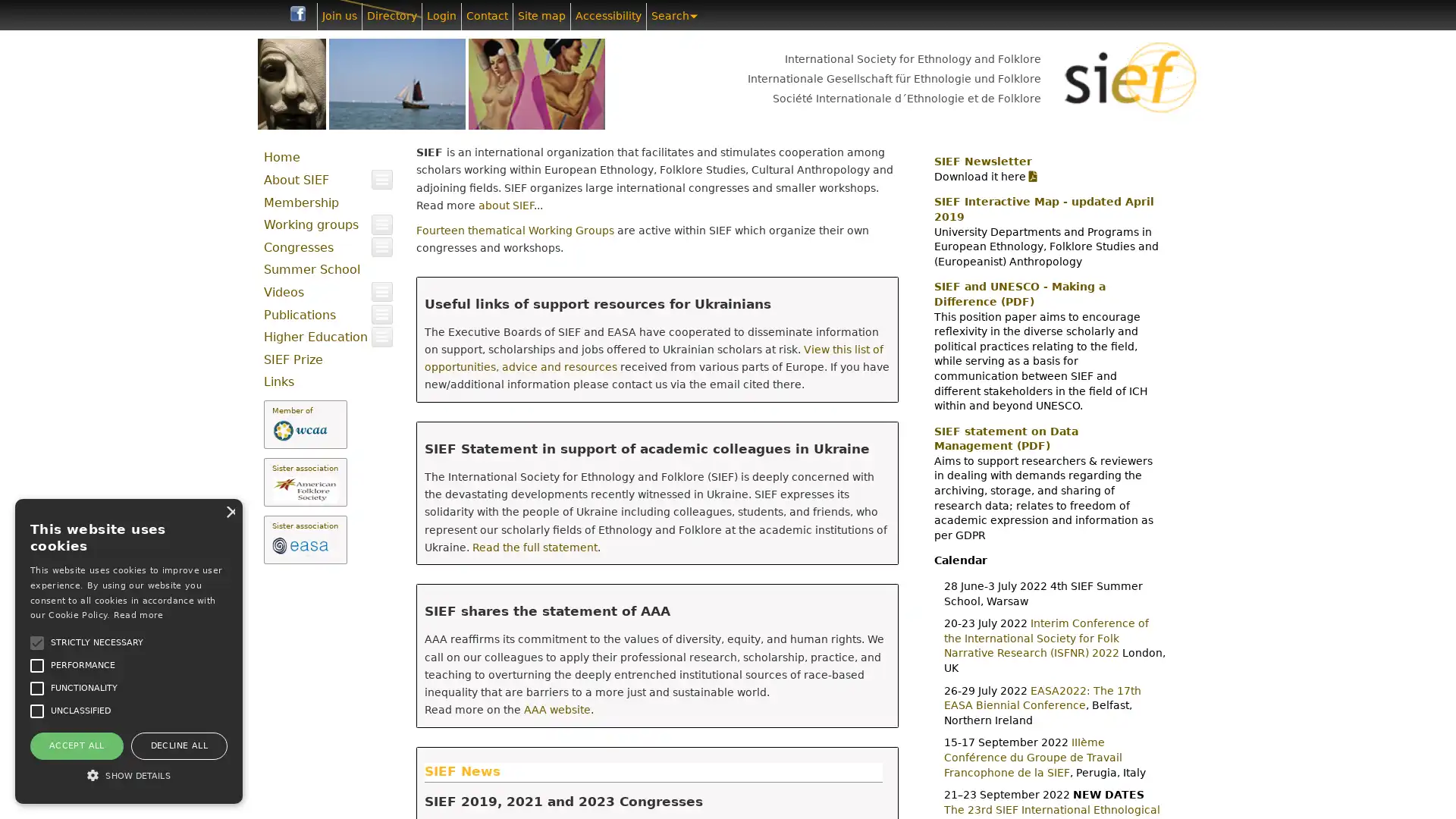  I want to click on Close, so click(228, 511).